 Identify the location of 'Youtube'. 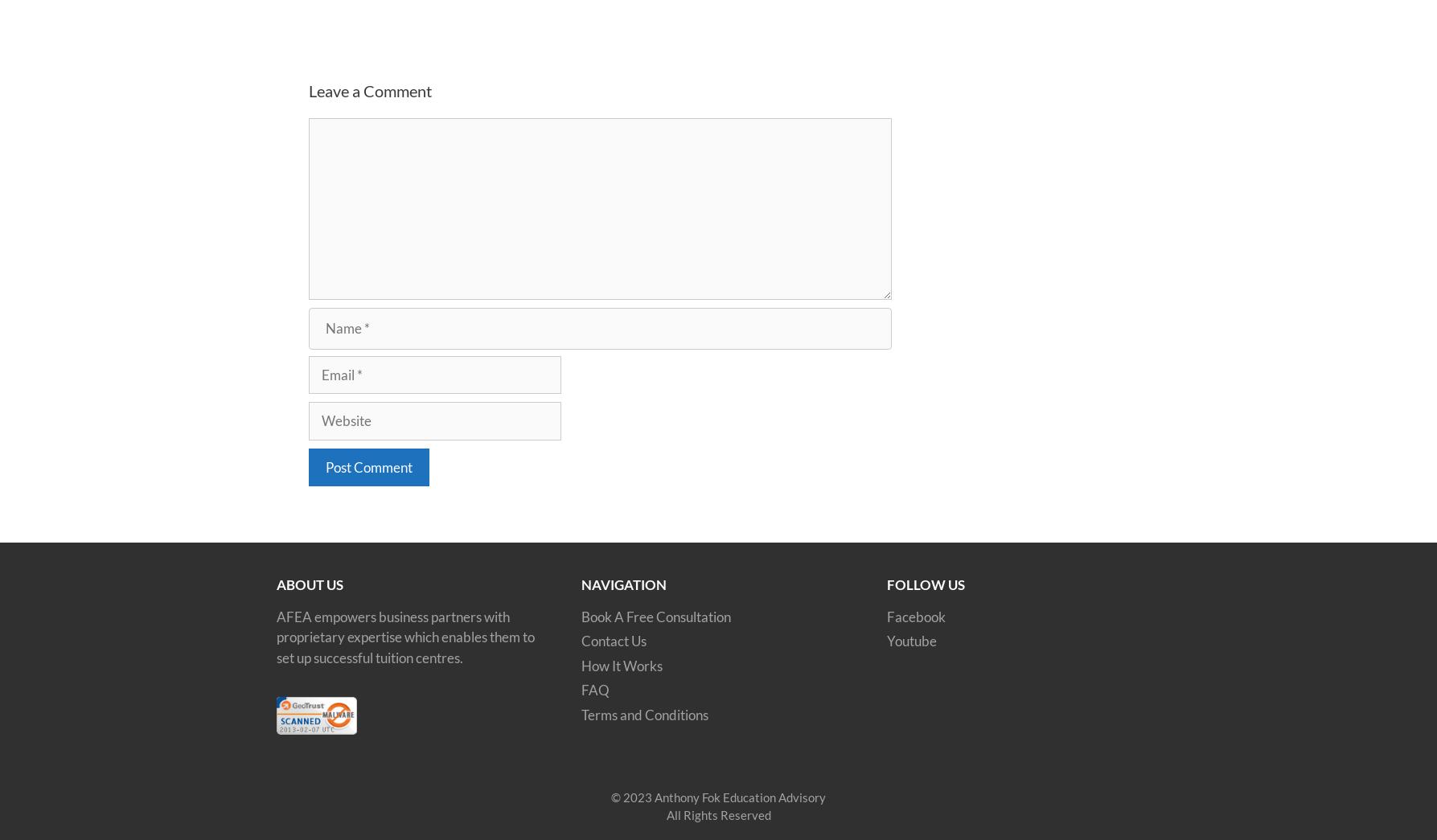
(912, 641).